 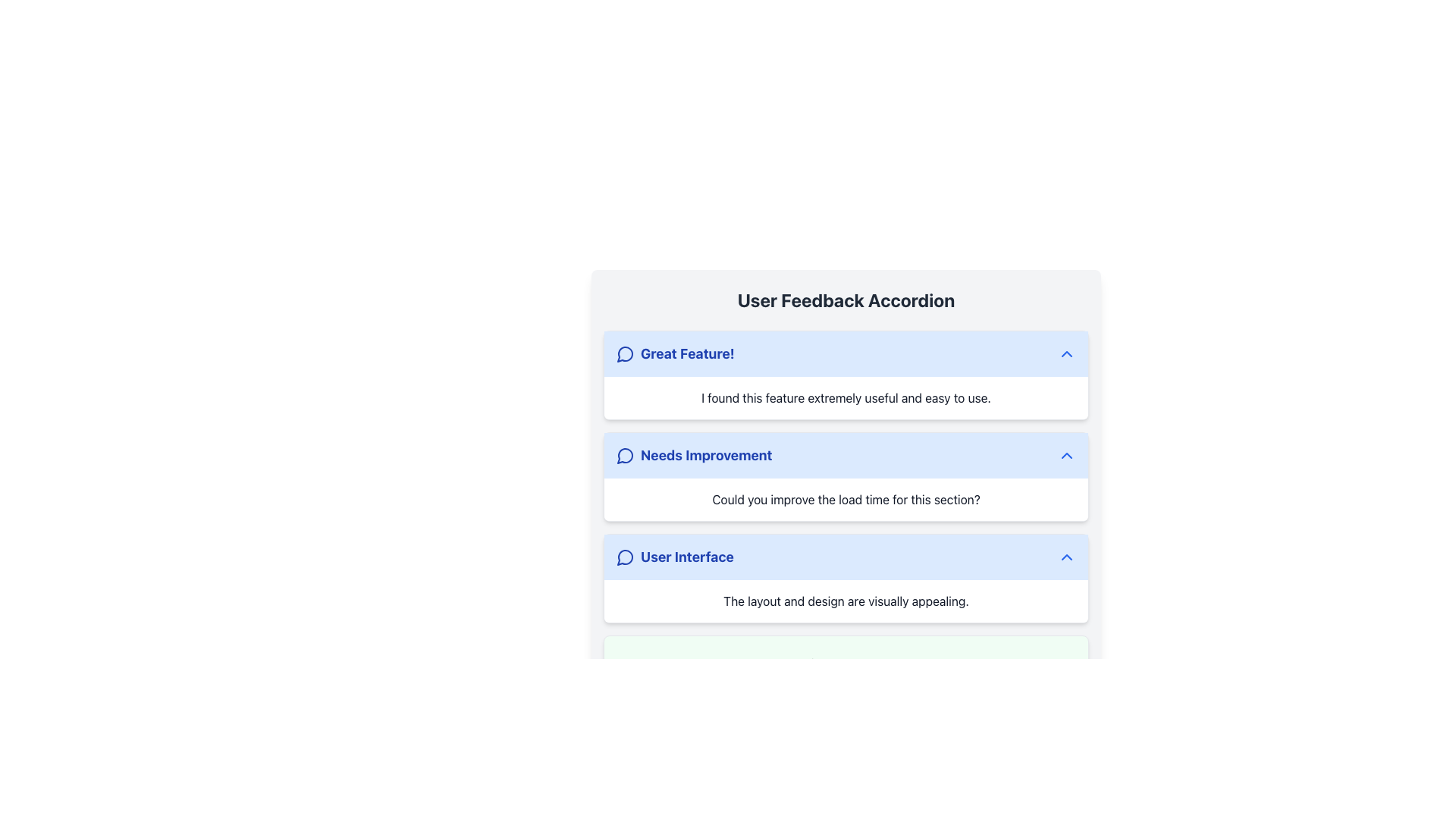 I want to click on the graphical icon resembling a speech bubble located in the header section labeled 'Great Feature!' in the User Feedback Accordion, so click(x=626, y=353).